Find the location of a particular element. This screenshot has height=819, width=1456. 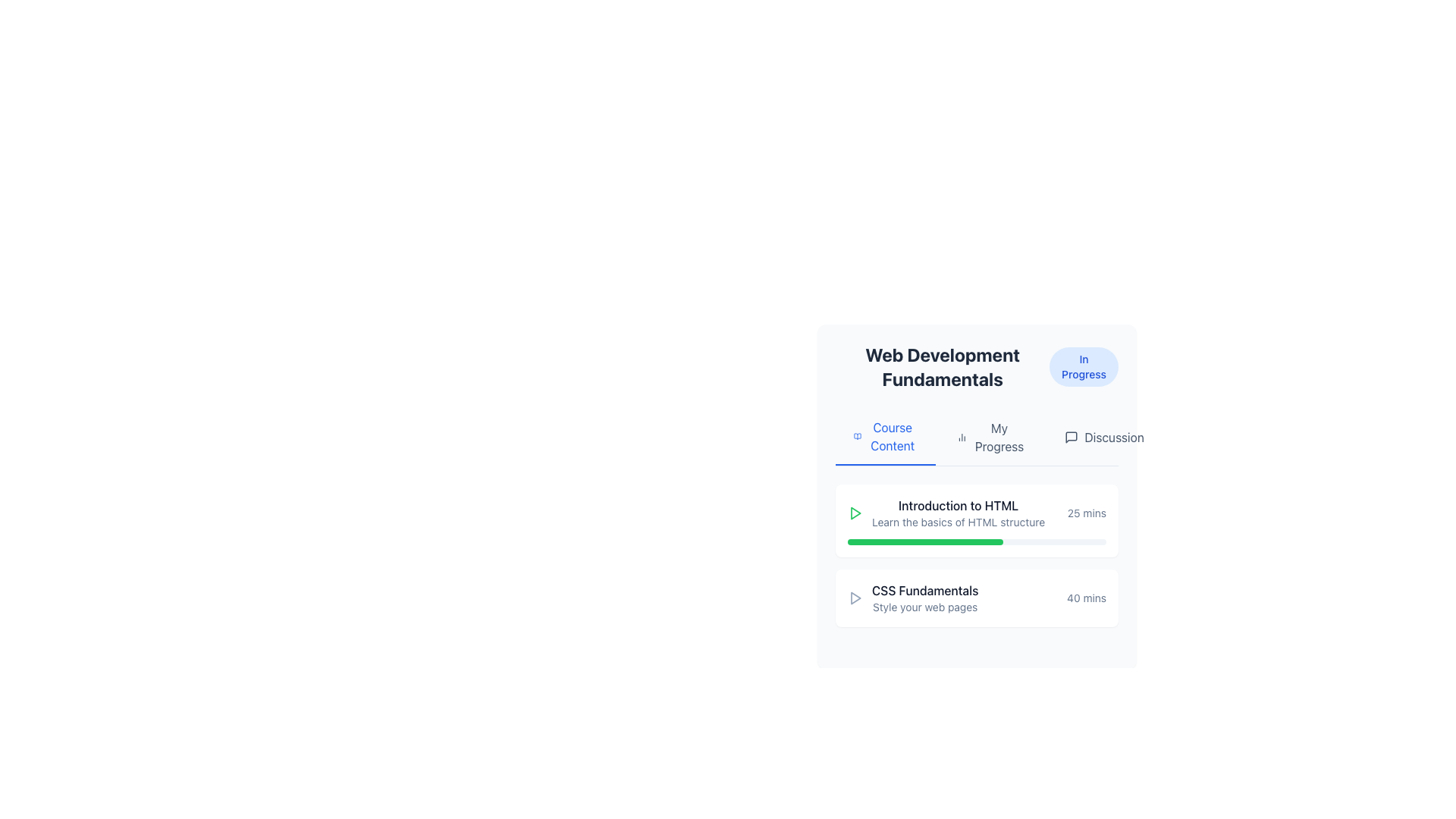

progress bar completion is located at coordinates (871, 541).